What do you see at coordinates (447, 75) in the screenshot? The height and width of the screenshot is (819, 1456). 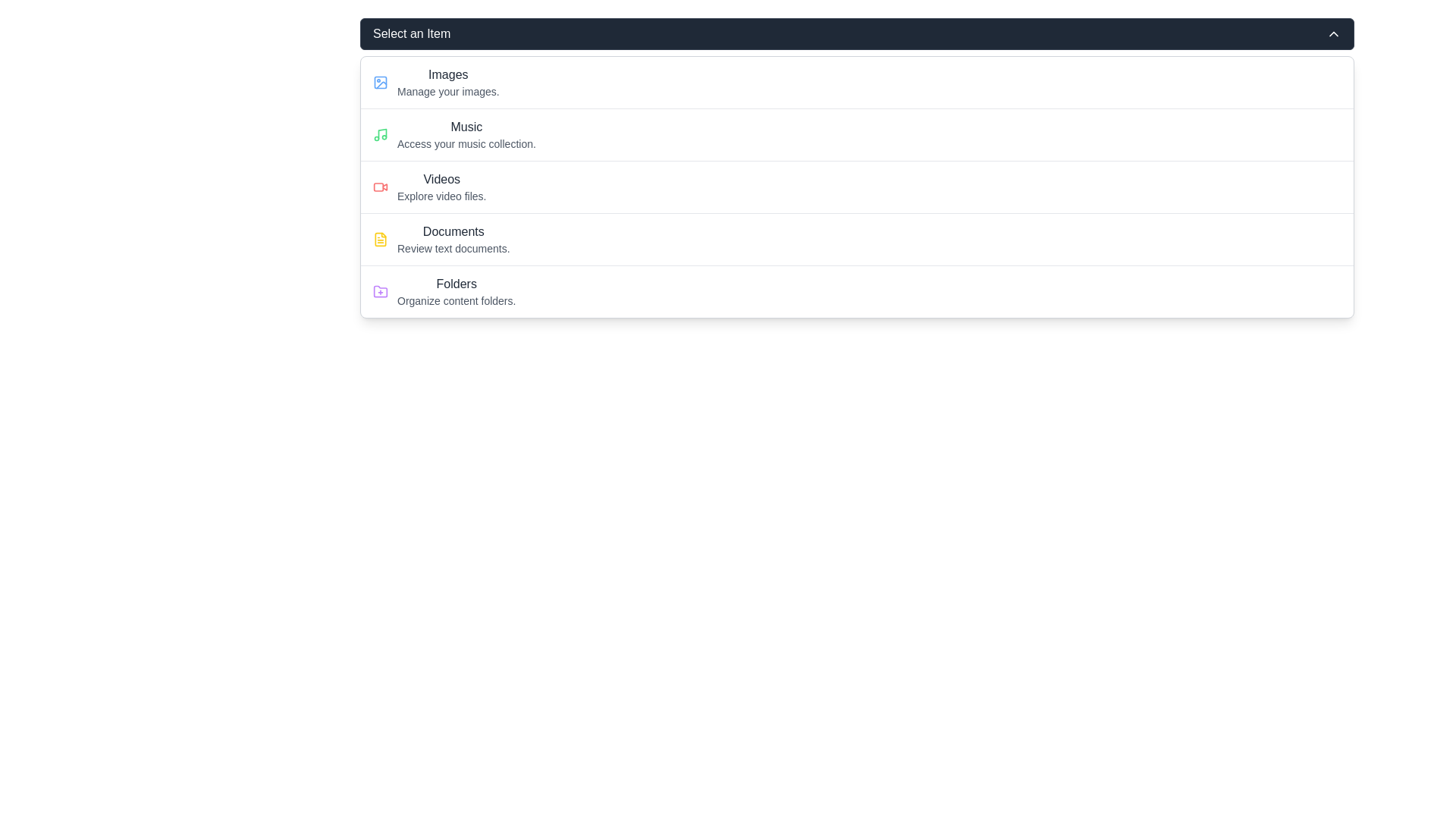 I see `text of the 'Images' label, which is styled with a medium-weight font and dark gray color, located near the top-left of the menu under 'Select an Item'` at bounding box center [447, 75].